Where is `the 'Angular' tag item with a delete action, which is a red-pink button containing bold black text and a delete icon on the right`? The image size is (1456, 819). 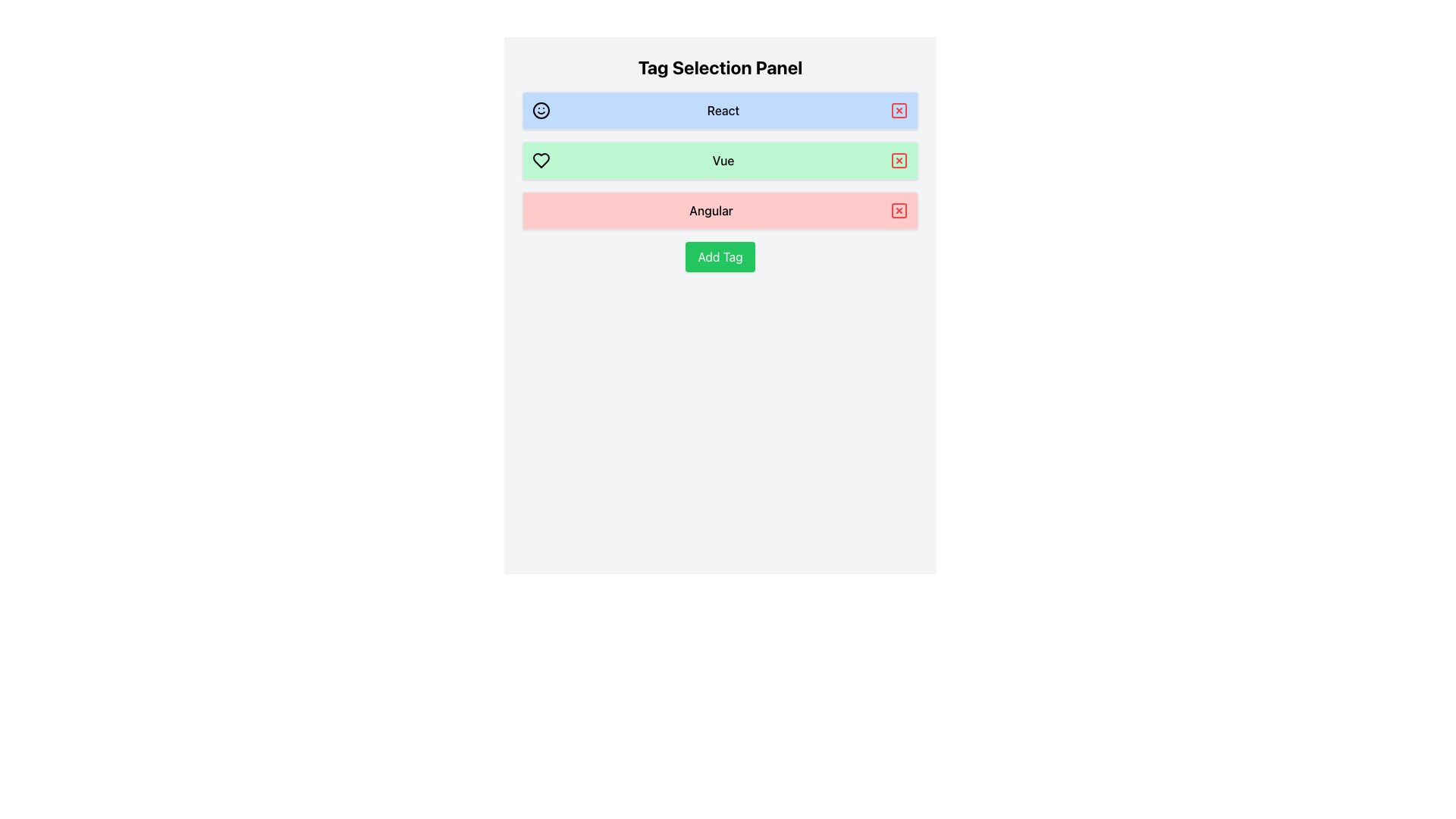
the 'Angular' tag item with a delete action, which is a red-pink button containing bold black text and a delete icon on the right is located at coordinates (720, 210).